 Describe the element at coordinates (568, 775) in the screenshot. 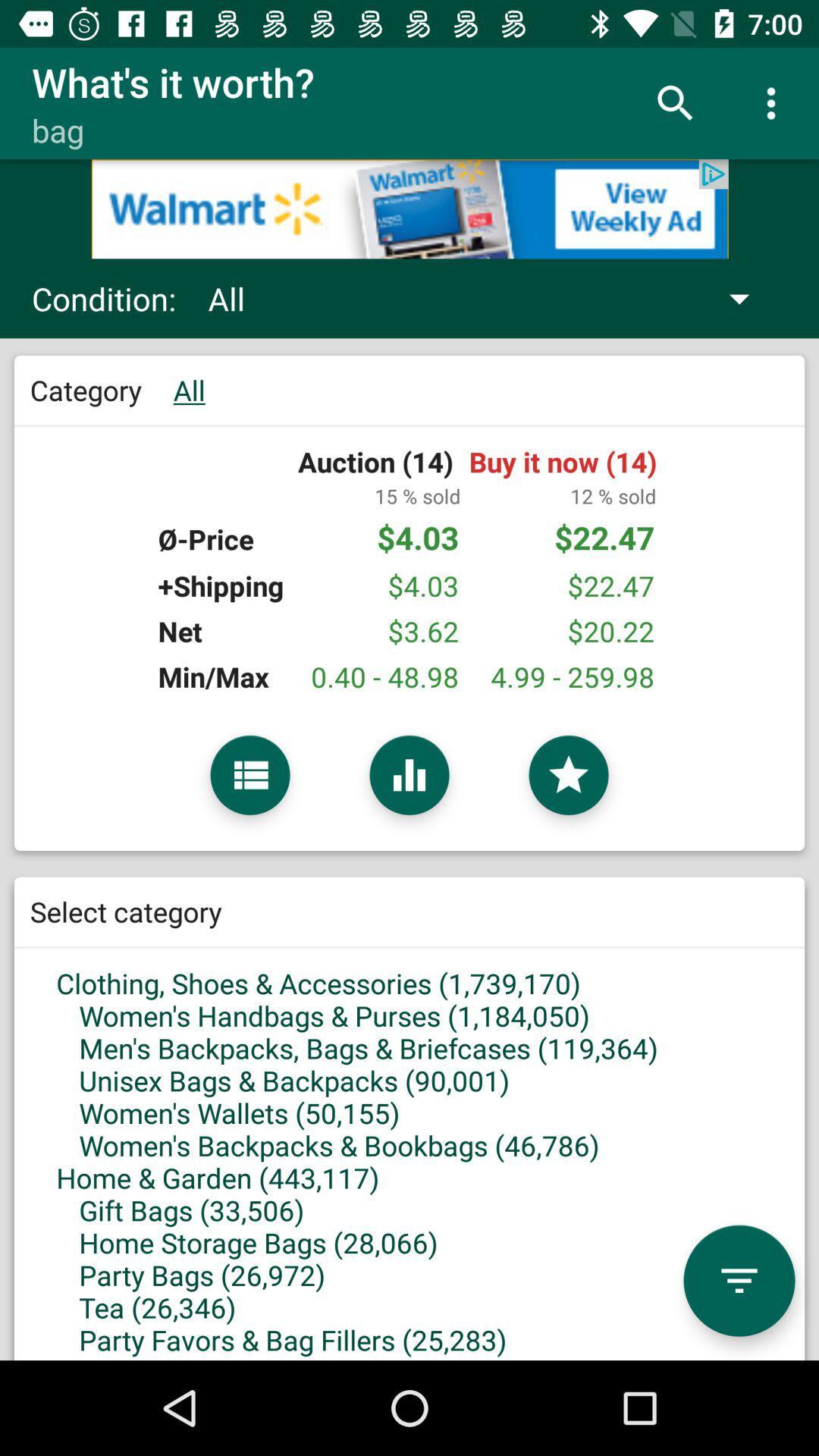

I see `selection` at that location.